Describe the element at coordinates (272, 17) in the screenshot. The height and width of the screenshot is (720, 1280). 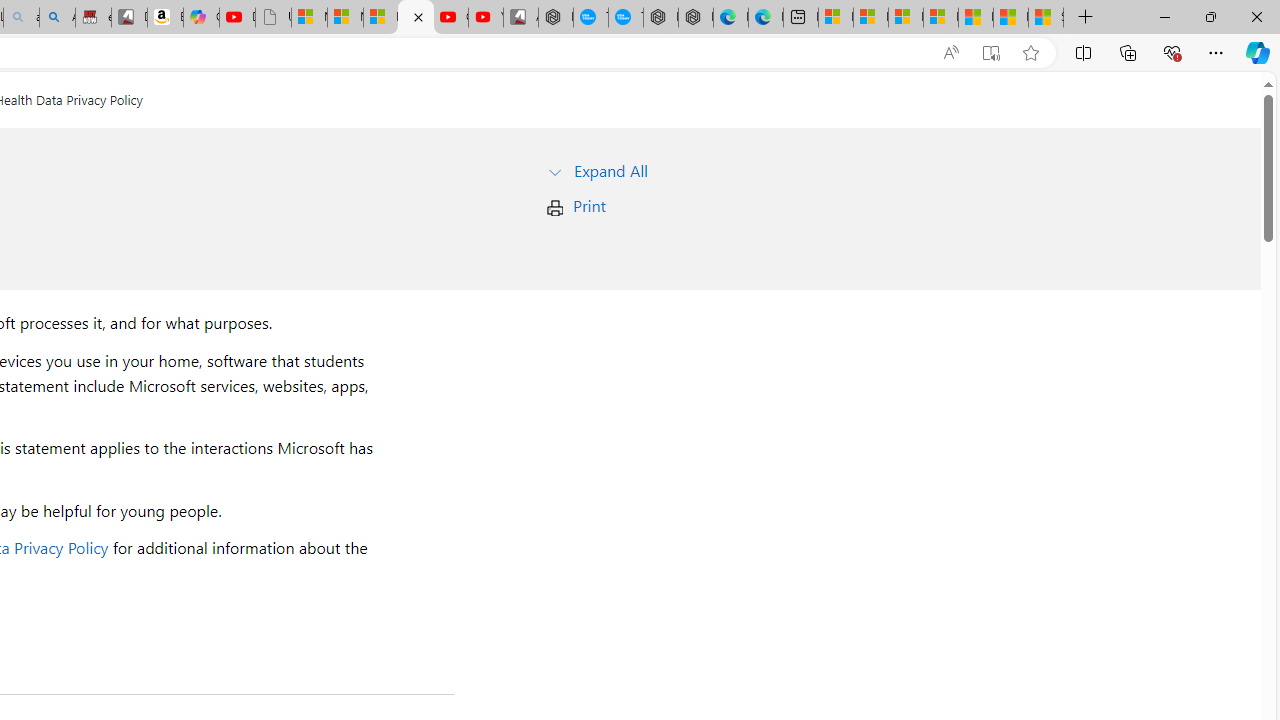
I see `'Untitled'` at that location.